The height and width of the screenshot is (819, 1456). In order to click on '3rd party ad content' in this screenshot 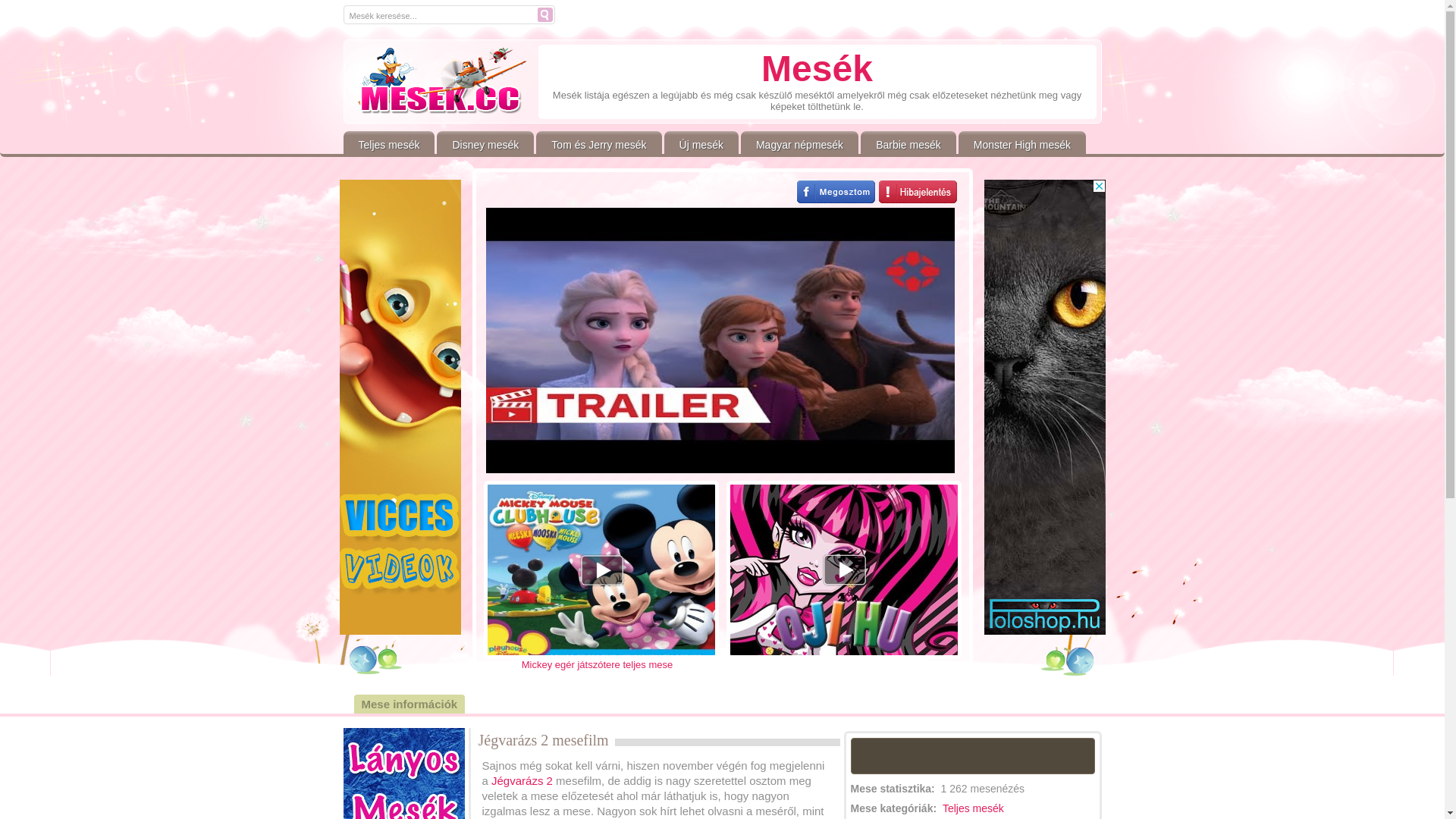, I will do `click(984, 406)`.